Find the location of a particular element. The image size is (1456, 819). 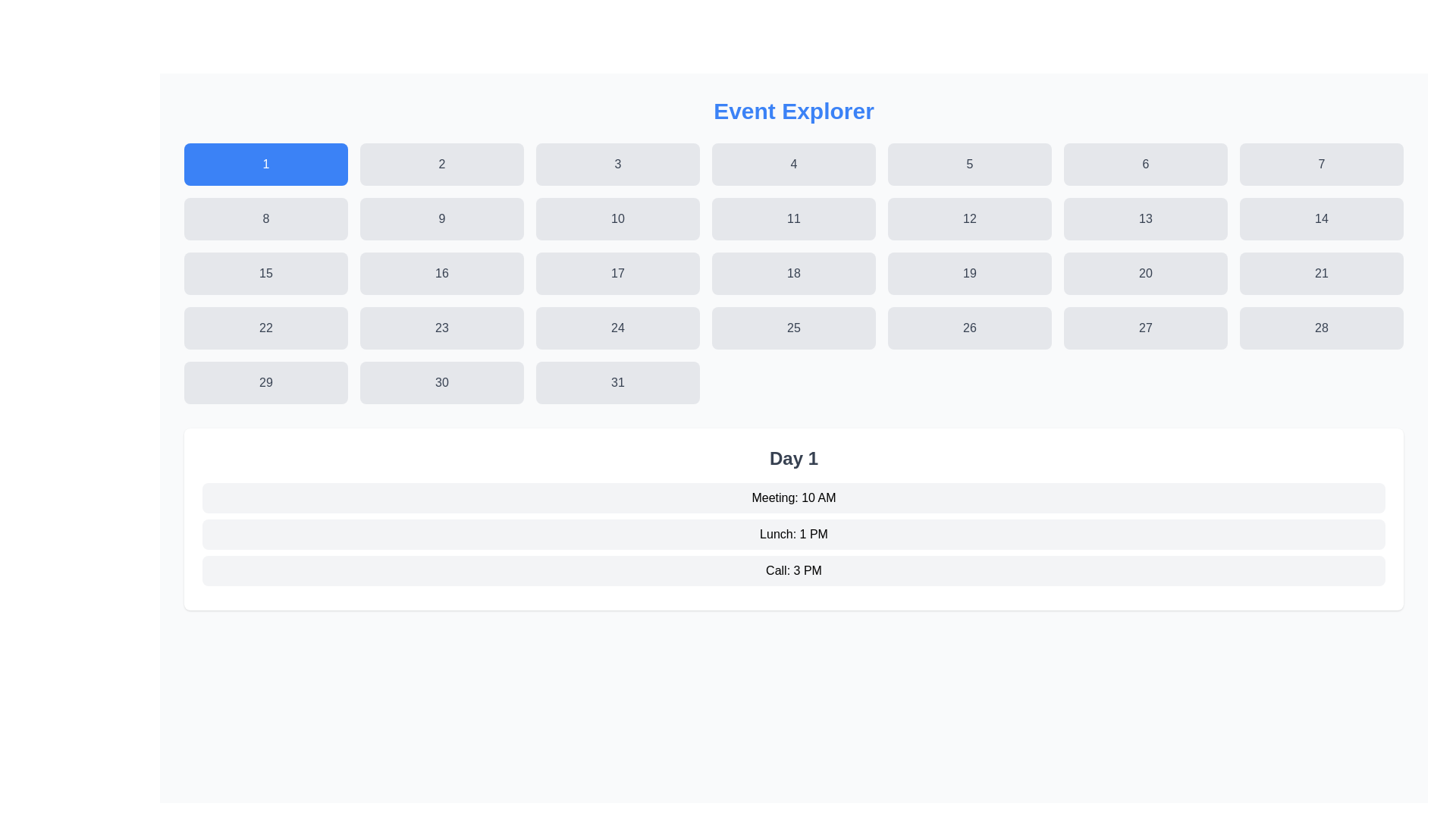

the rectangular button with rounded corners, light gray background, and the number '7' centered within it is located at coordinates (1320, 164).